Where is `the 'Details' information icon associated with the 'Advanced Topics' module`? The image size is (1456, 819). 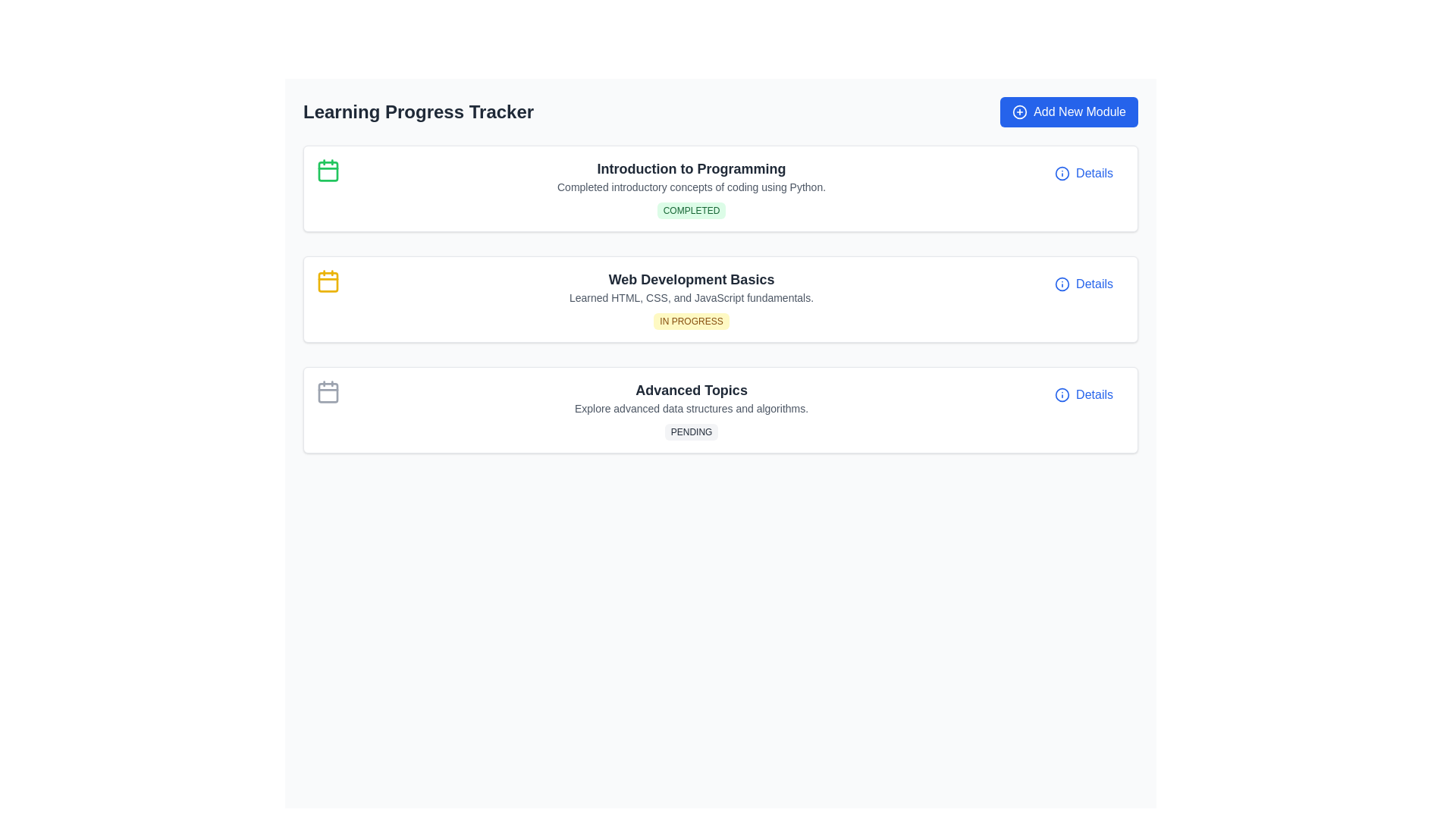 the 'Details' information icon associated with the 'Advanced Topics' module is located at coordinates (1062, 284).